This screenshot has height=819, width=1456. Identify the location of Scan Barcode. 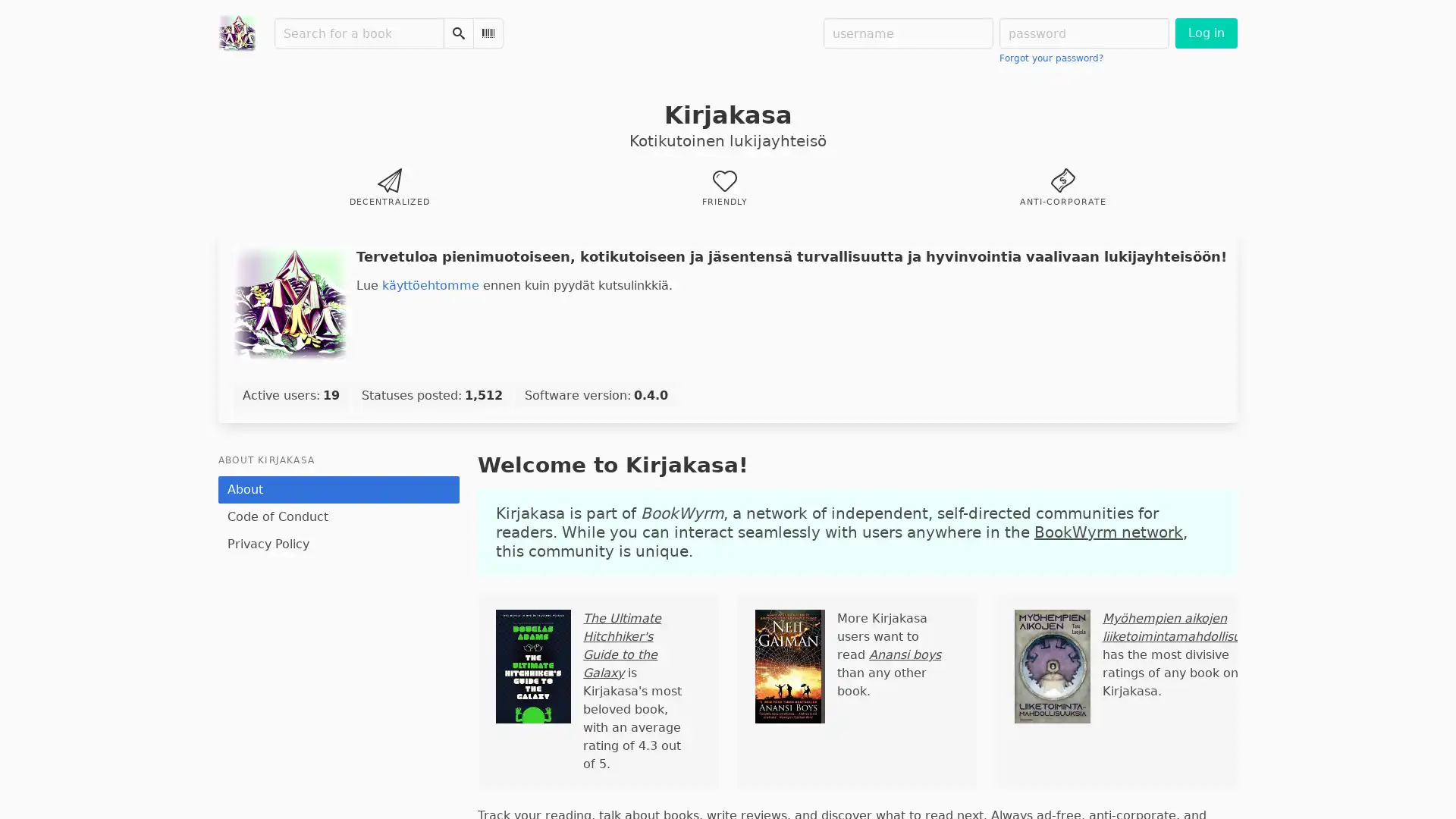
(488, 33).